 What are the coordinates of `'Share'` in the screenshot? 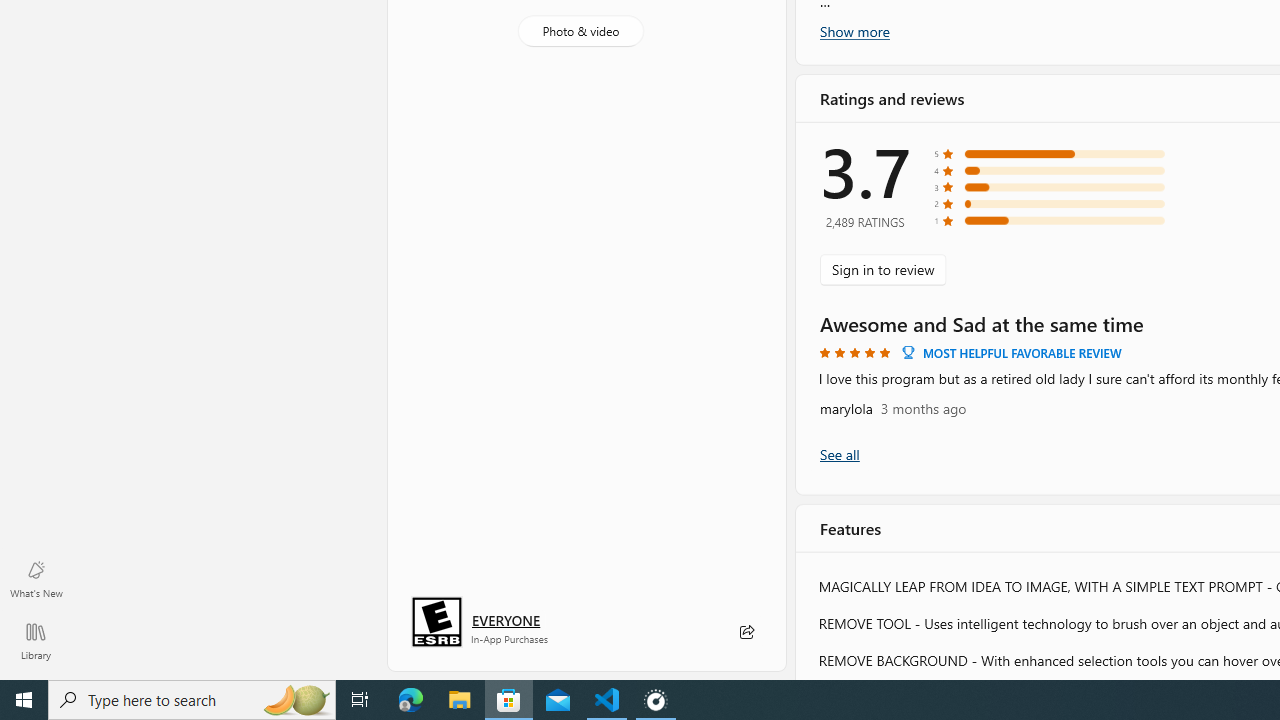 It's located at (745, 632).